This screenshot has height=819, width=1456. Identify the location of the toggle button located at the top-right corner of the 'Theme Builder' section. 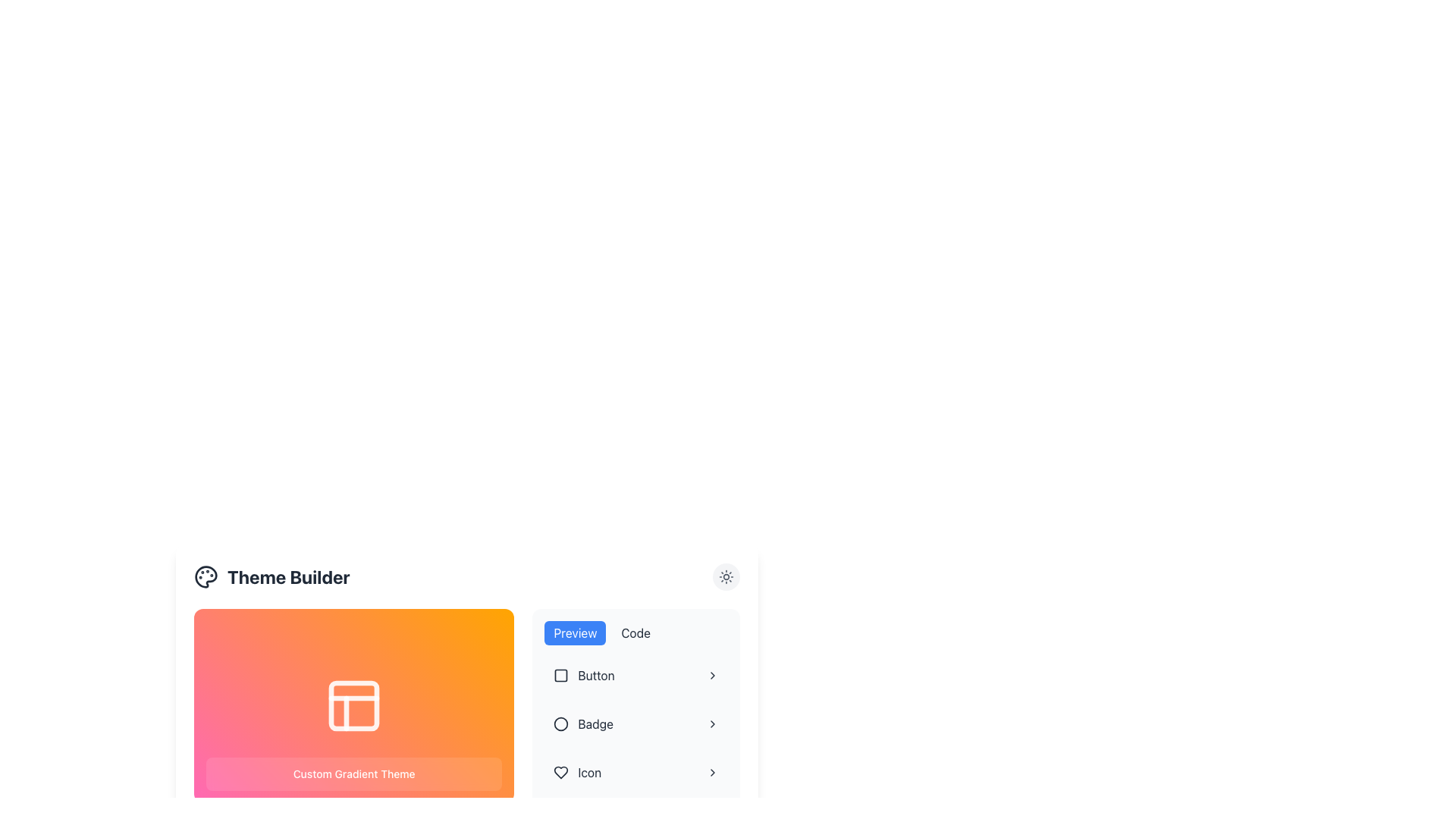
(726, 576).